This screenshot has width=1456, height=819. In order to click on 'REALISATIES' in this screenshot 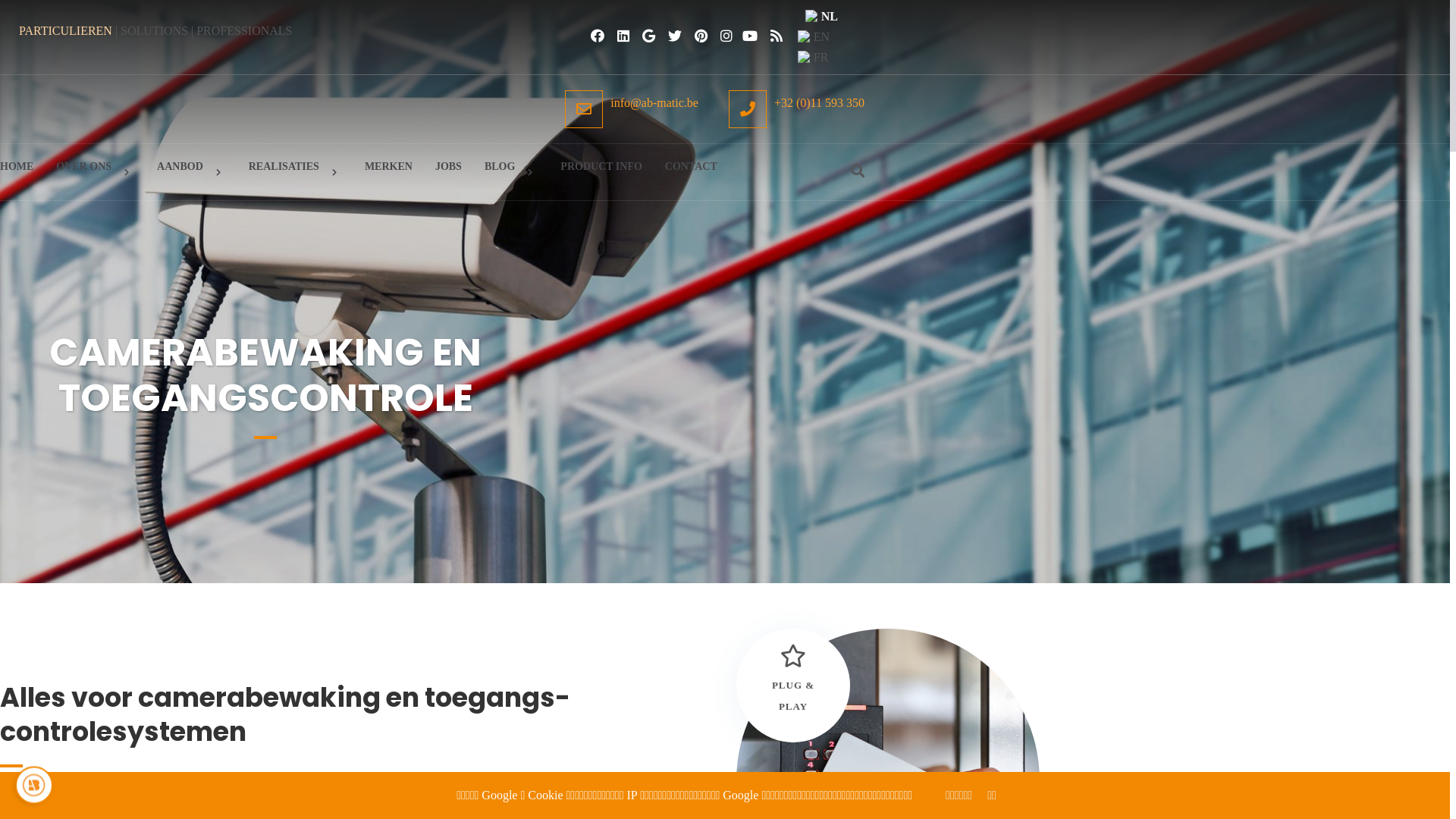, I will do `click(295, 171)`.